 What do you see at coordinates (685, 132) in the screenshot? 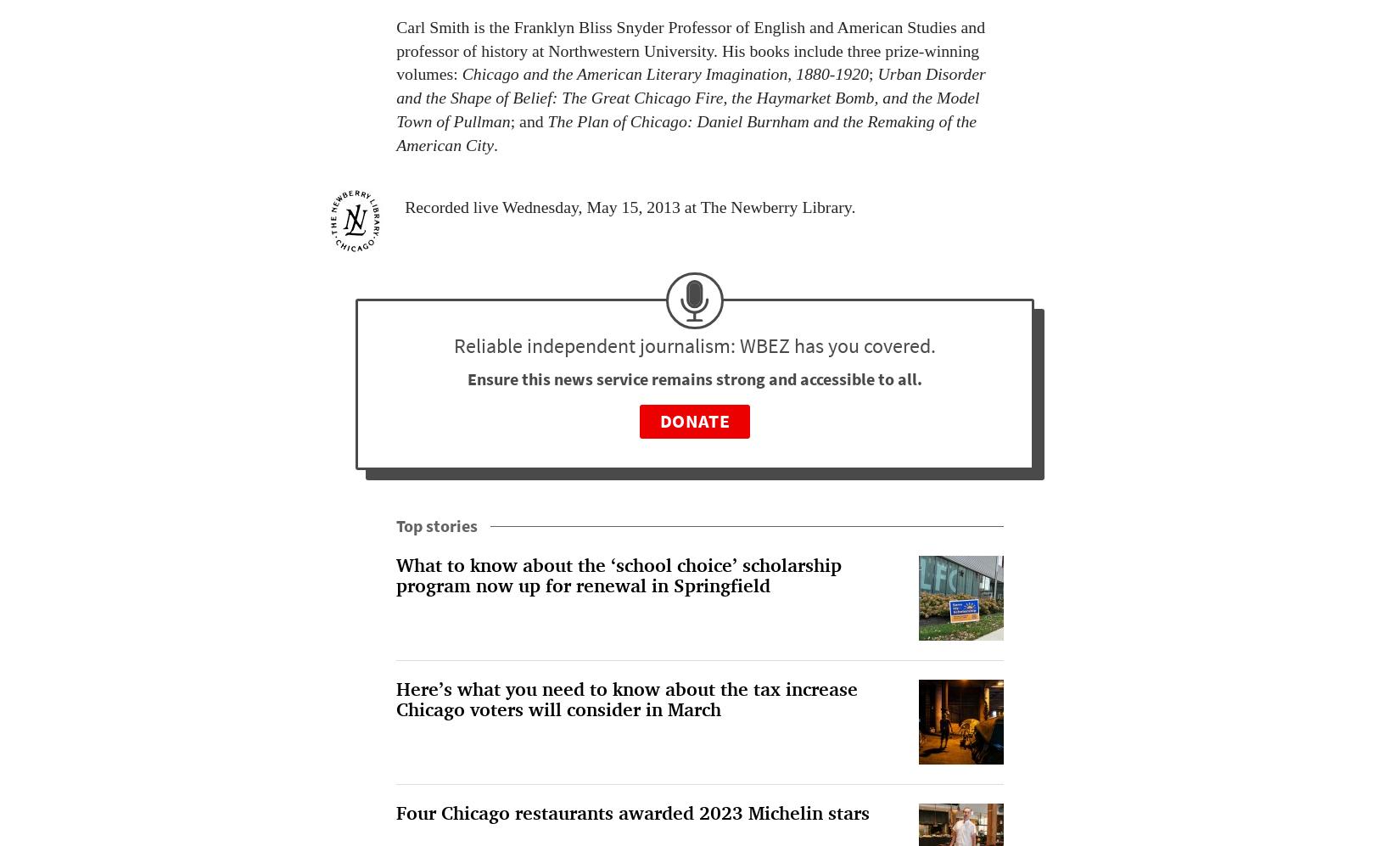
I see `'The Plan of Chicago: Daniel Burnham and the Remaking of the American City'` at bounding box center [685, 132].